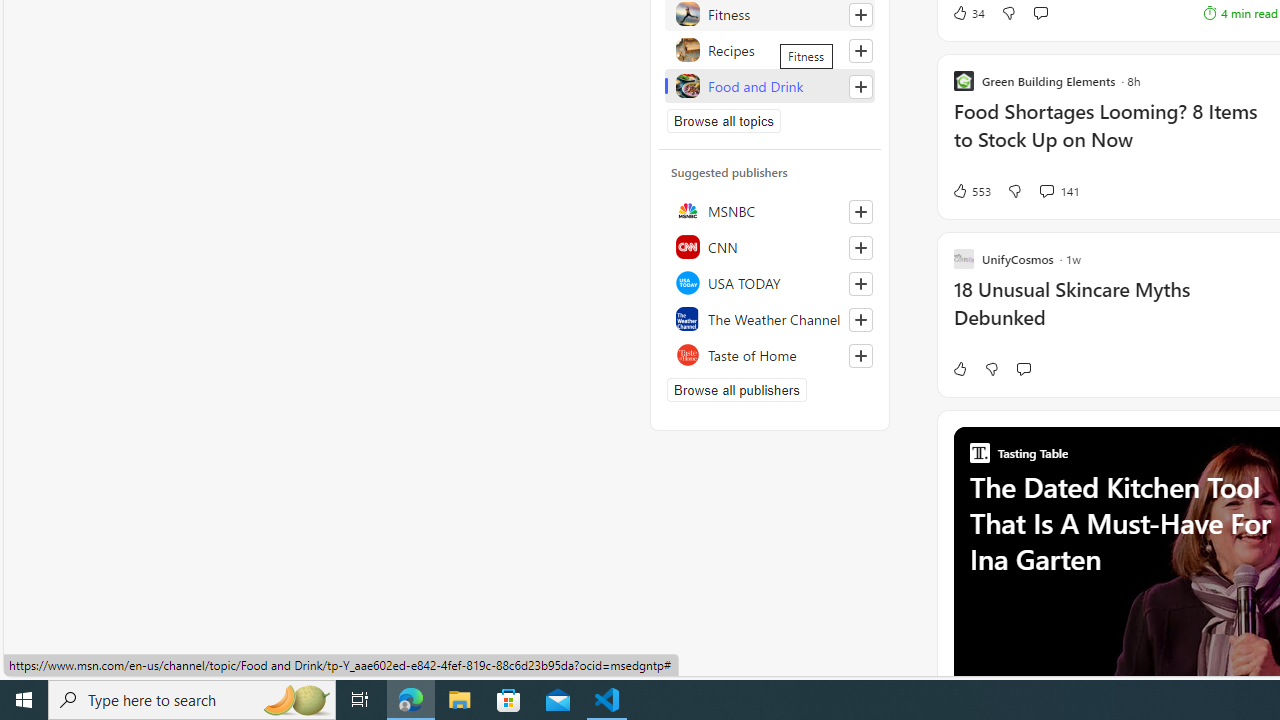 The width and height of the screenshot is (1280, 720). I want to click on 'Food and Drink', so click(769, 85).